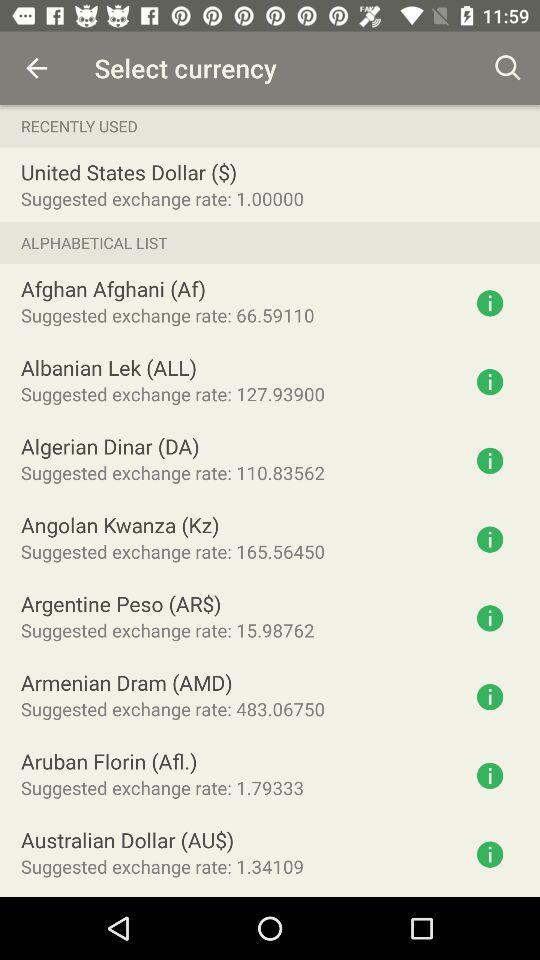  I want to click on the icon above recently used, so click(36, 68).